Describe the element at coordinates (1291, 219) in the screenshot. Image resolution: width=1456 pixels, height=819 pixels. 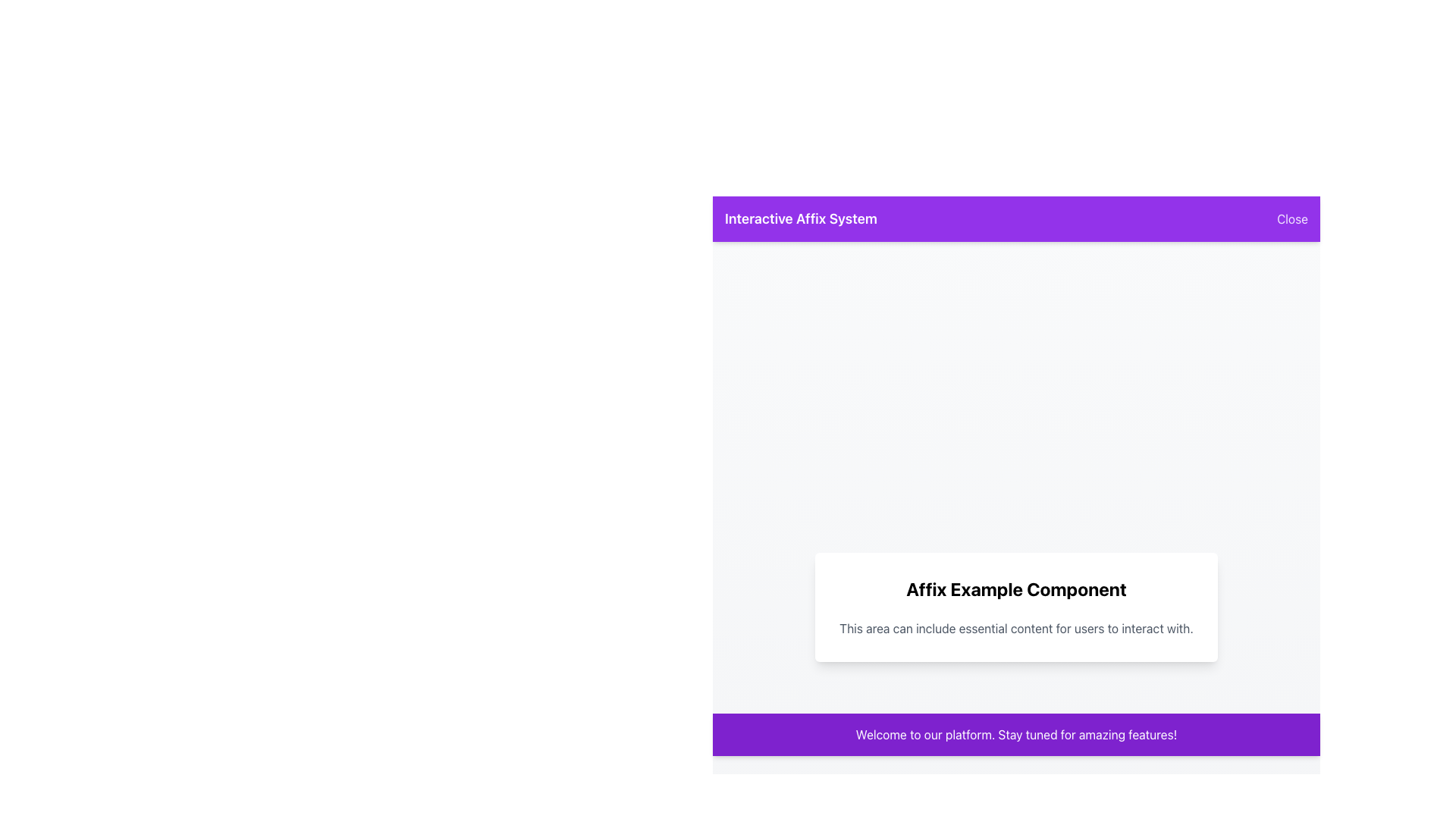
I see `the 'Close' button located in the upper-right section of the purple header bar` at that location.